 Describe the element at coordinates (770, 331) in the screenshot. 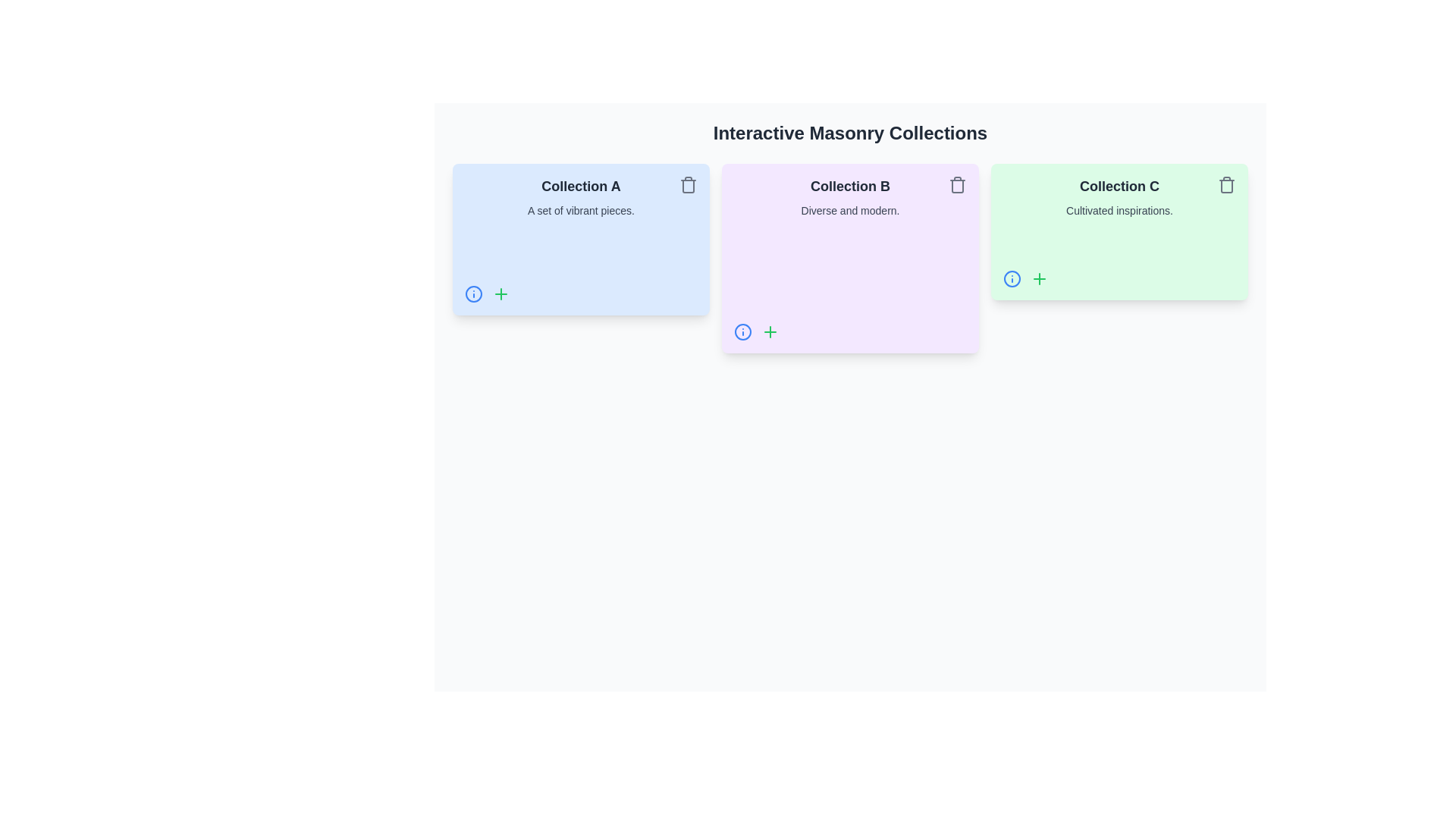

I see `the green plus icon button located at the bottom-left corner of the purple card labeled 'Collection B'` at that location.